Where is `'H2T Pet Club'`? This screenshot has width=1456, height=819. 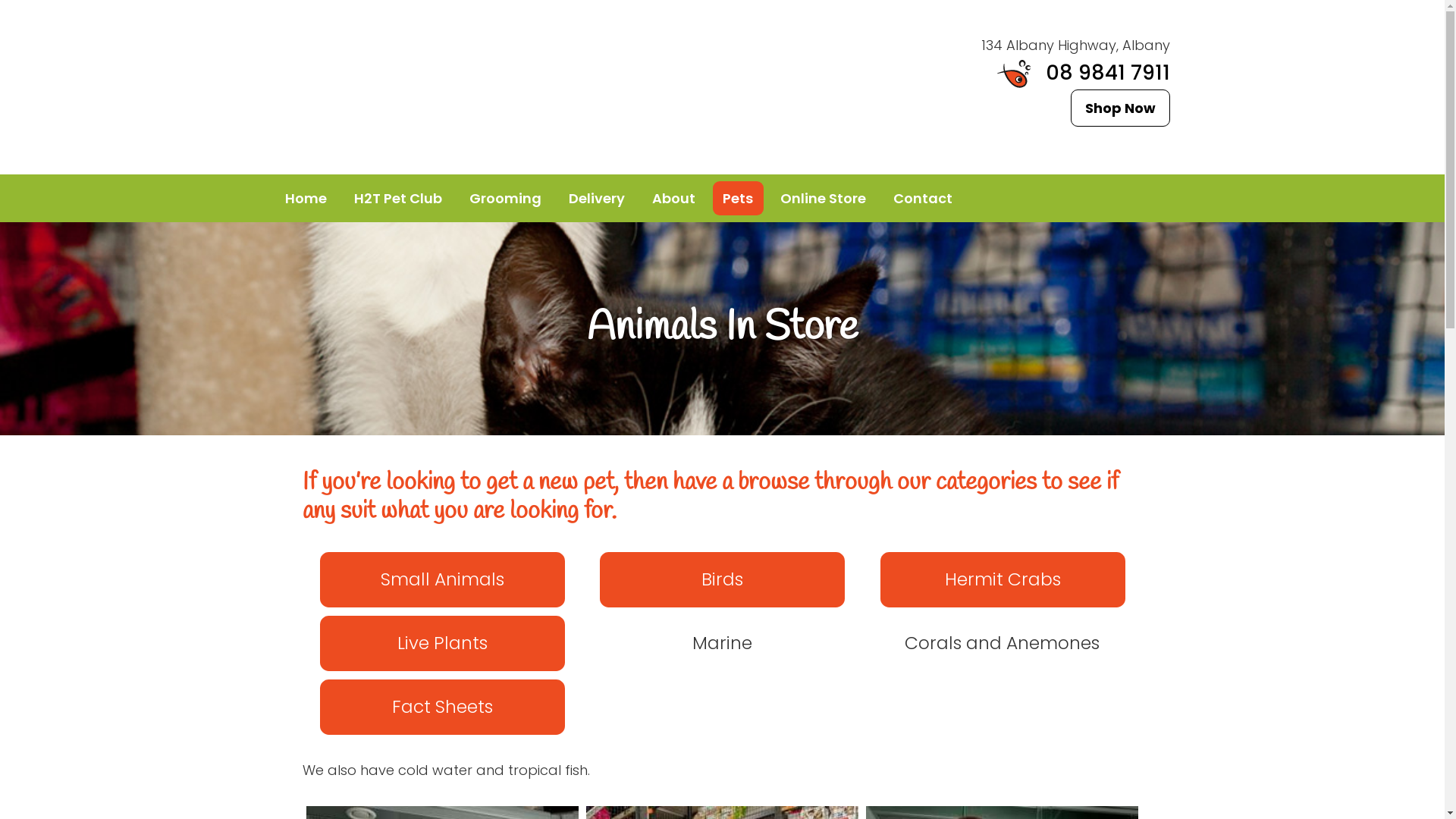
'H2T Pet Club' is located at coordinates (344, 197).